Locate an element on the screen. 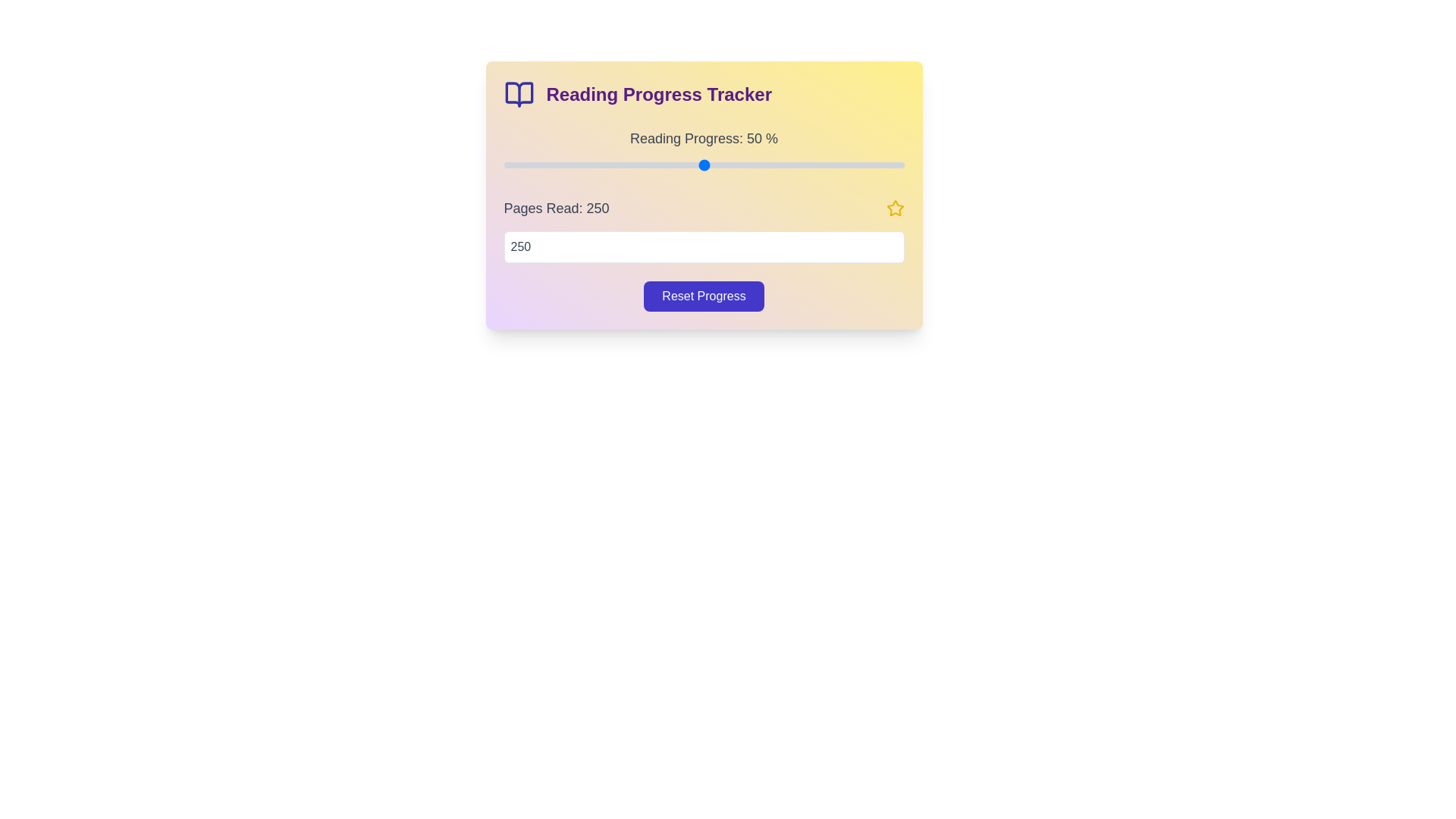 The width and height of the screenshot is (1456, 819). the number of pages read to 303 using the input field is located at coordinates (703, 246).